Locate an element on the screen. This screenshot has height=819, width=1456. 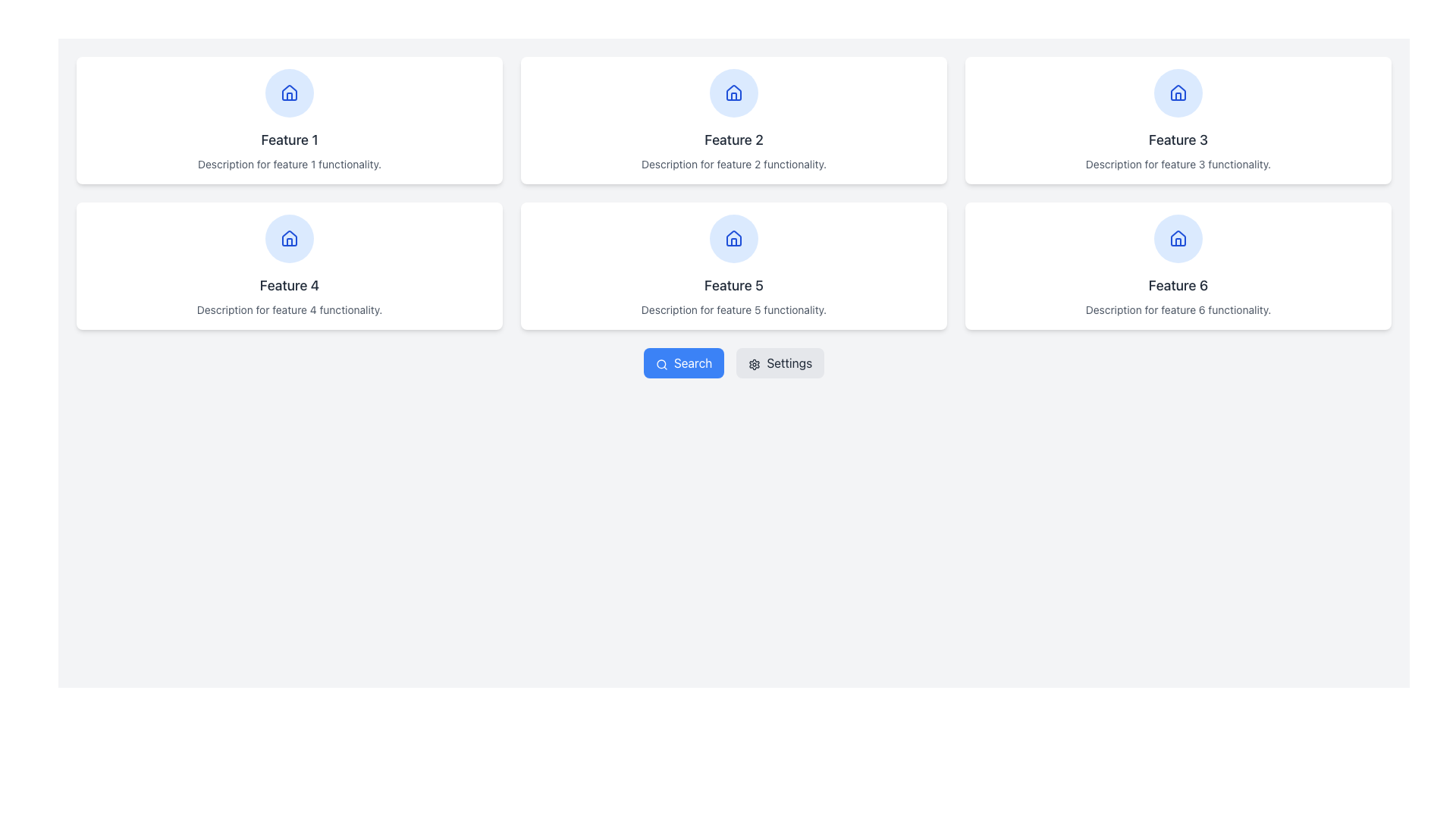
the 'Settings' button icon, which serves as a visual identifier for accessing or managing settings is located at coordinates (755, 364).